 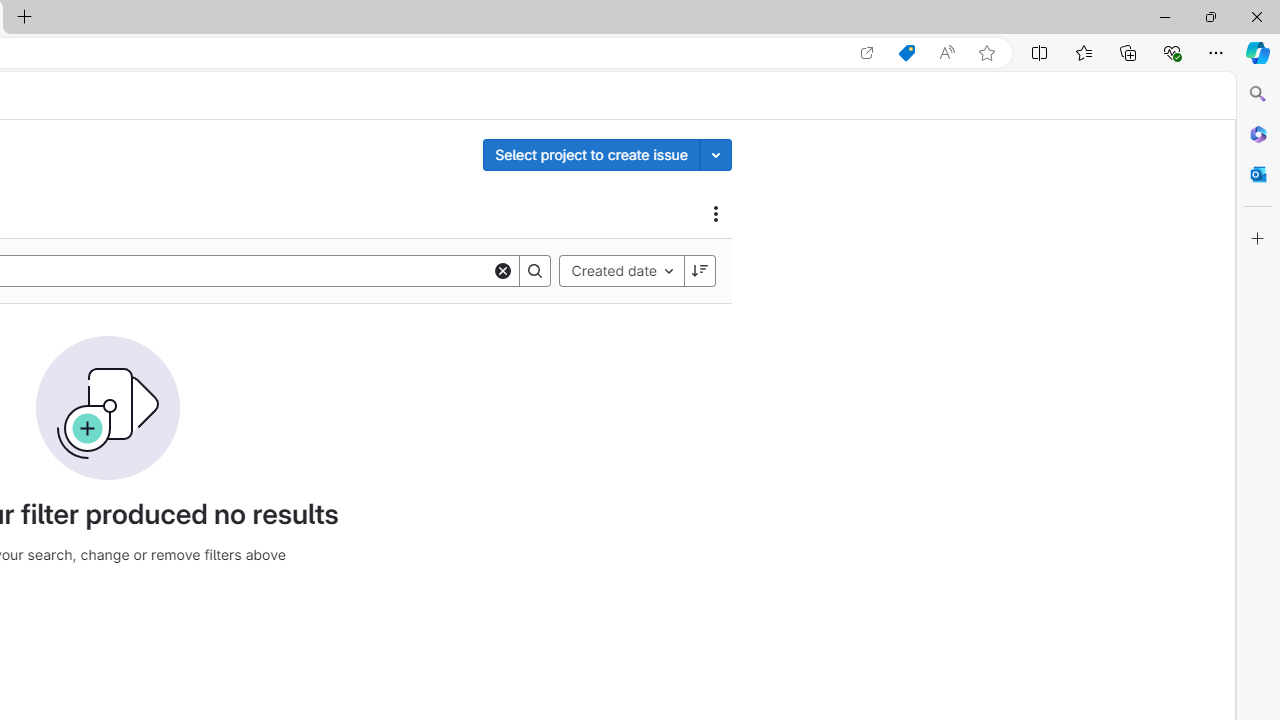 What do you see at coordinates (621, 270) in the screenshot?
I see `'Created date'` at bounding box center [621, 270].